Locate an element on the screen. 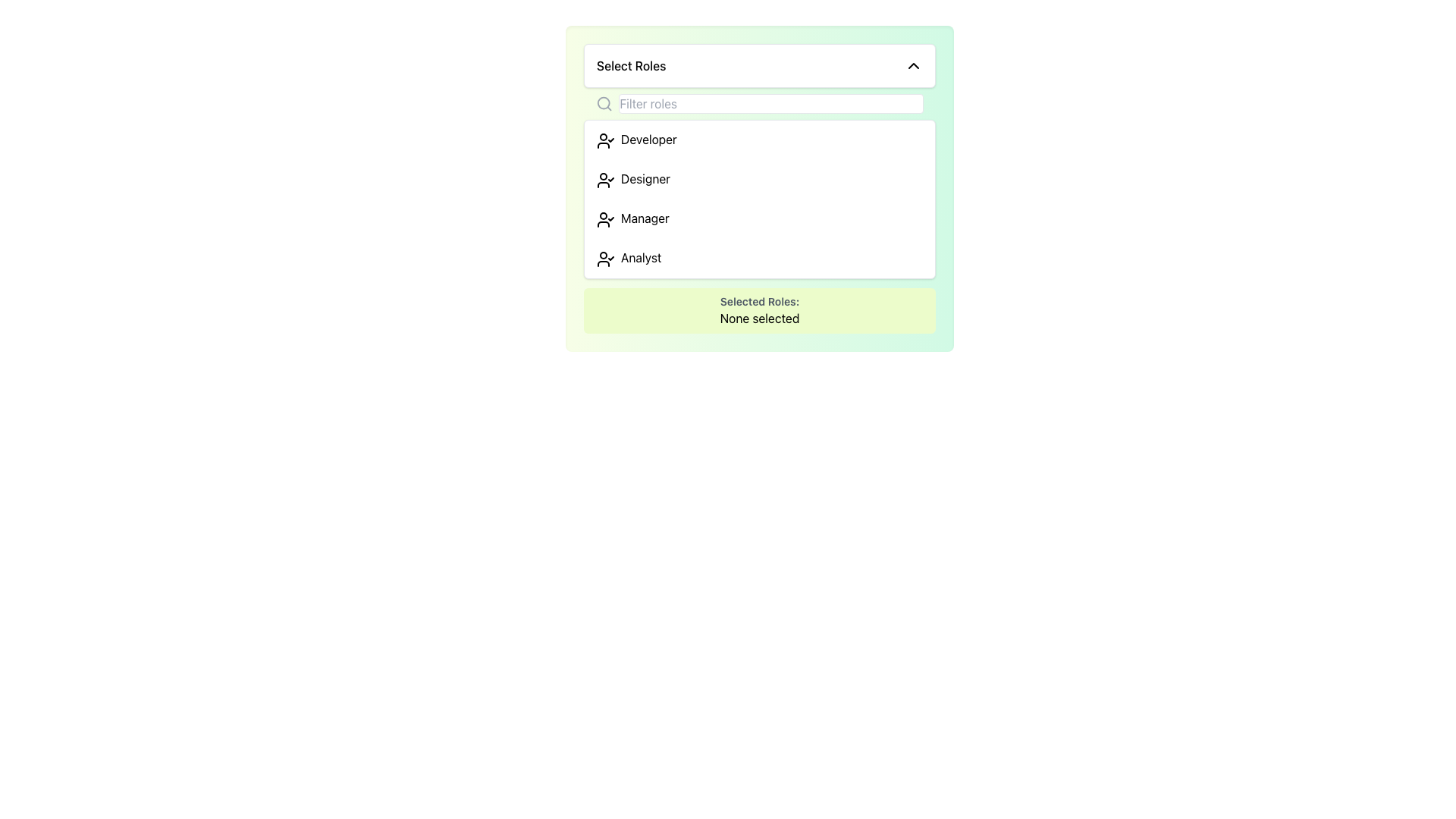 The image size is (1456, 819). the upward-pointing chevron icon located in the top-right corner of the 'Select Roles' button is located at coordinates (912, 65).